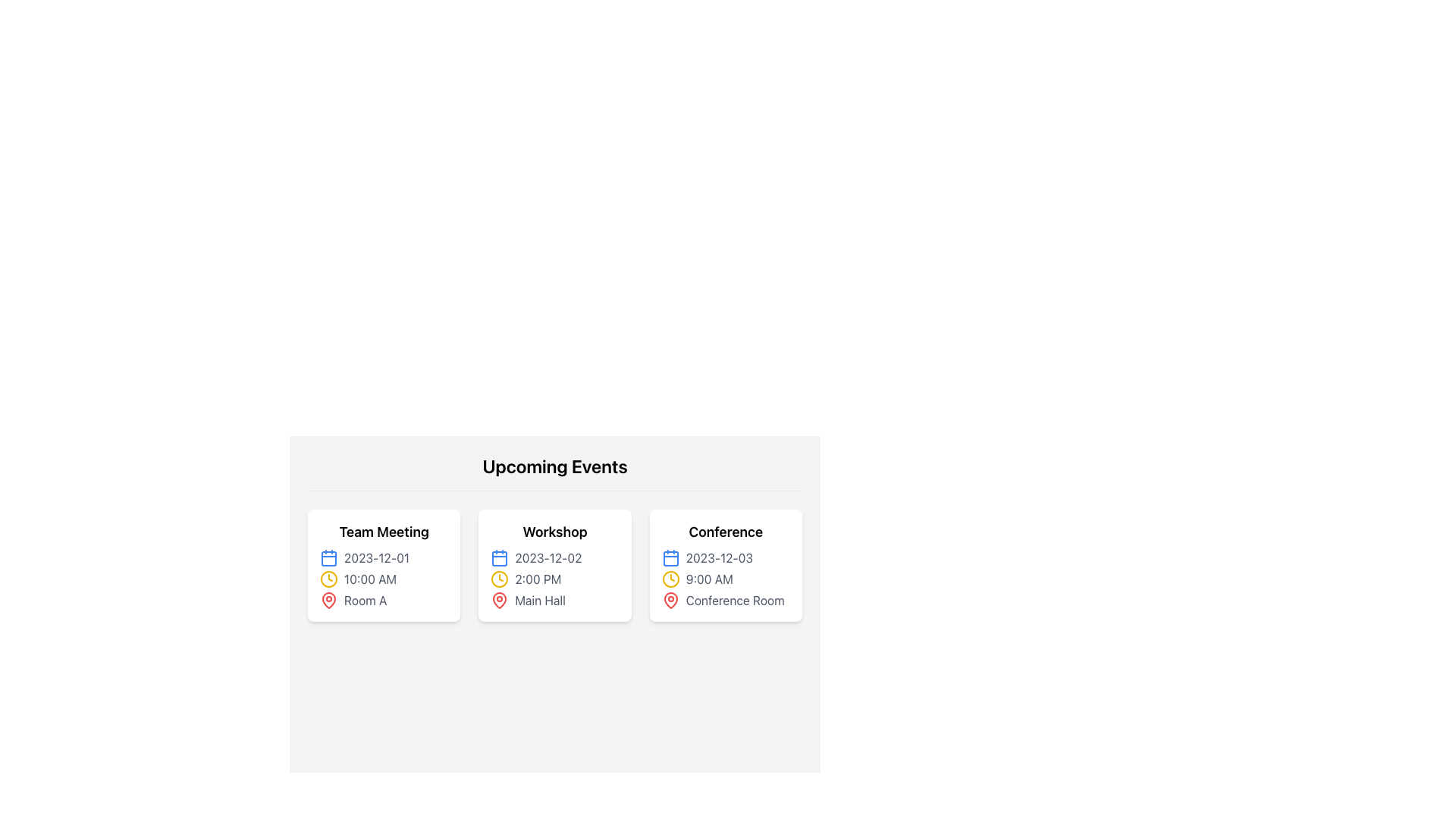 Image resolution: width=1456 pixels, height=819 pixels. What do you see at coordinates (384, 558) in the screenshot?
I see `the Text Display that shows the date of the associated event, located below 'Team Meeting' and above '10:00 AM' in the first event card` at bounding box center [384, 558].